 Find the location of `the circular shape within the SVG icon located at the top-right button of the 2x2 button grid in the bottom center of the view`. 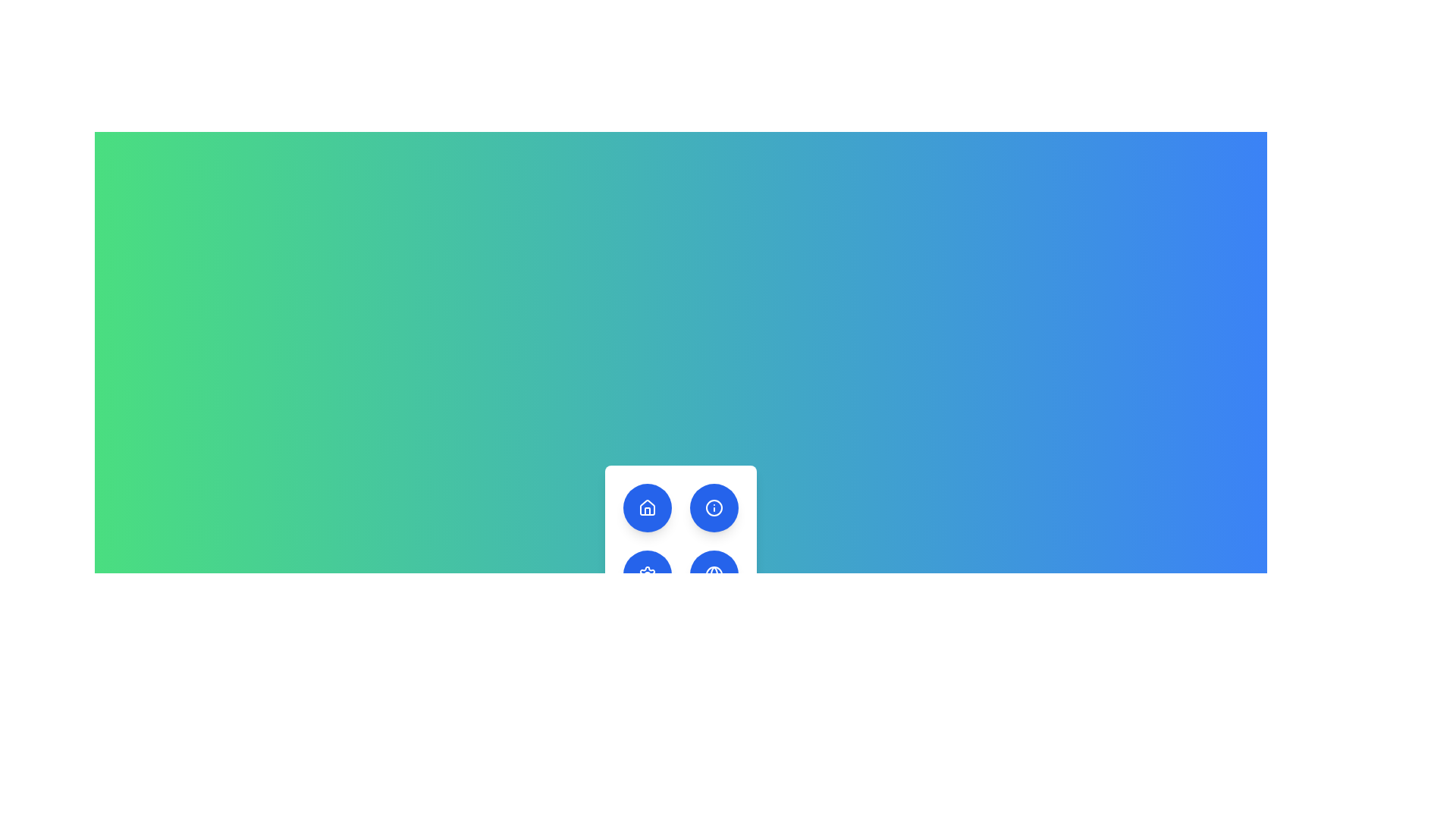

the circular shape within the SVG icon located at the top-right button of the 2x2 button grid in the bottom center of the view is located at coordinates (713, 508).